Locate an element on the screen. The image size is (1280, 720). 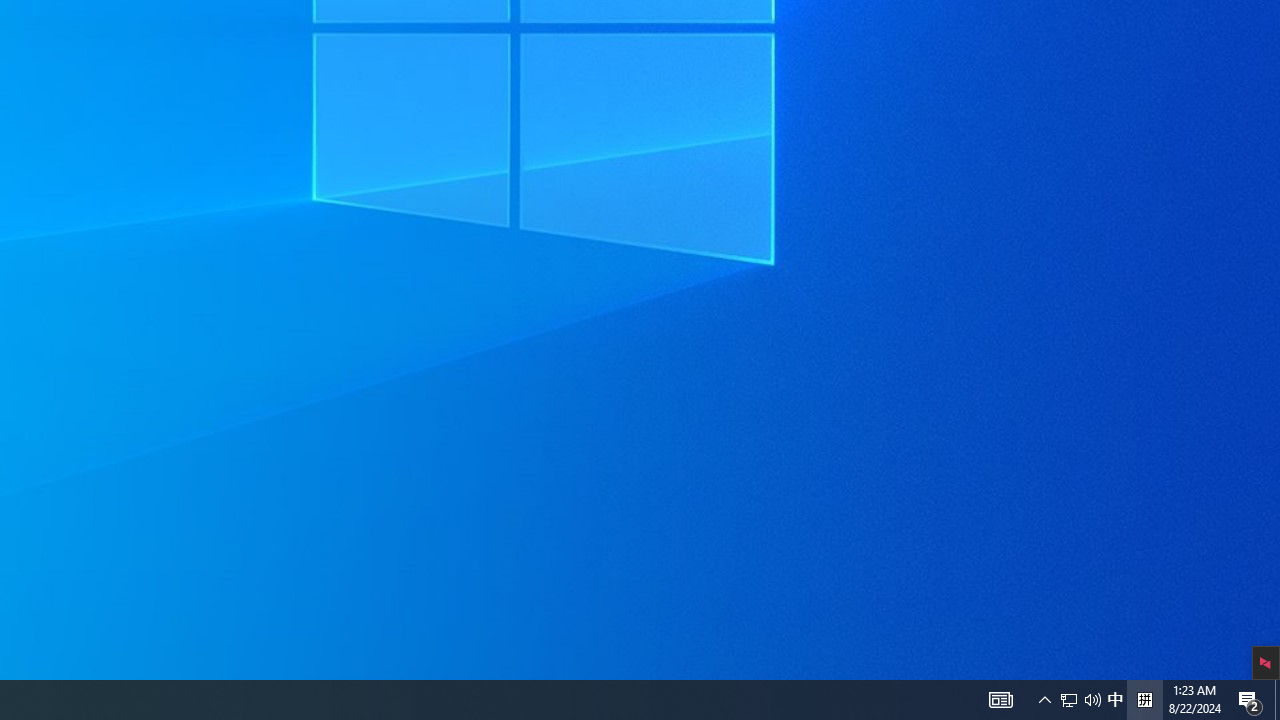
'User Promoted Notification Area' is located at coordinates (1000, 698).